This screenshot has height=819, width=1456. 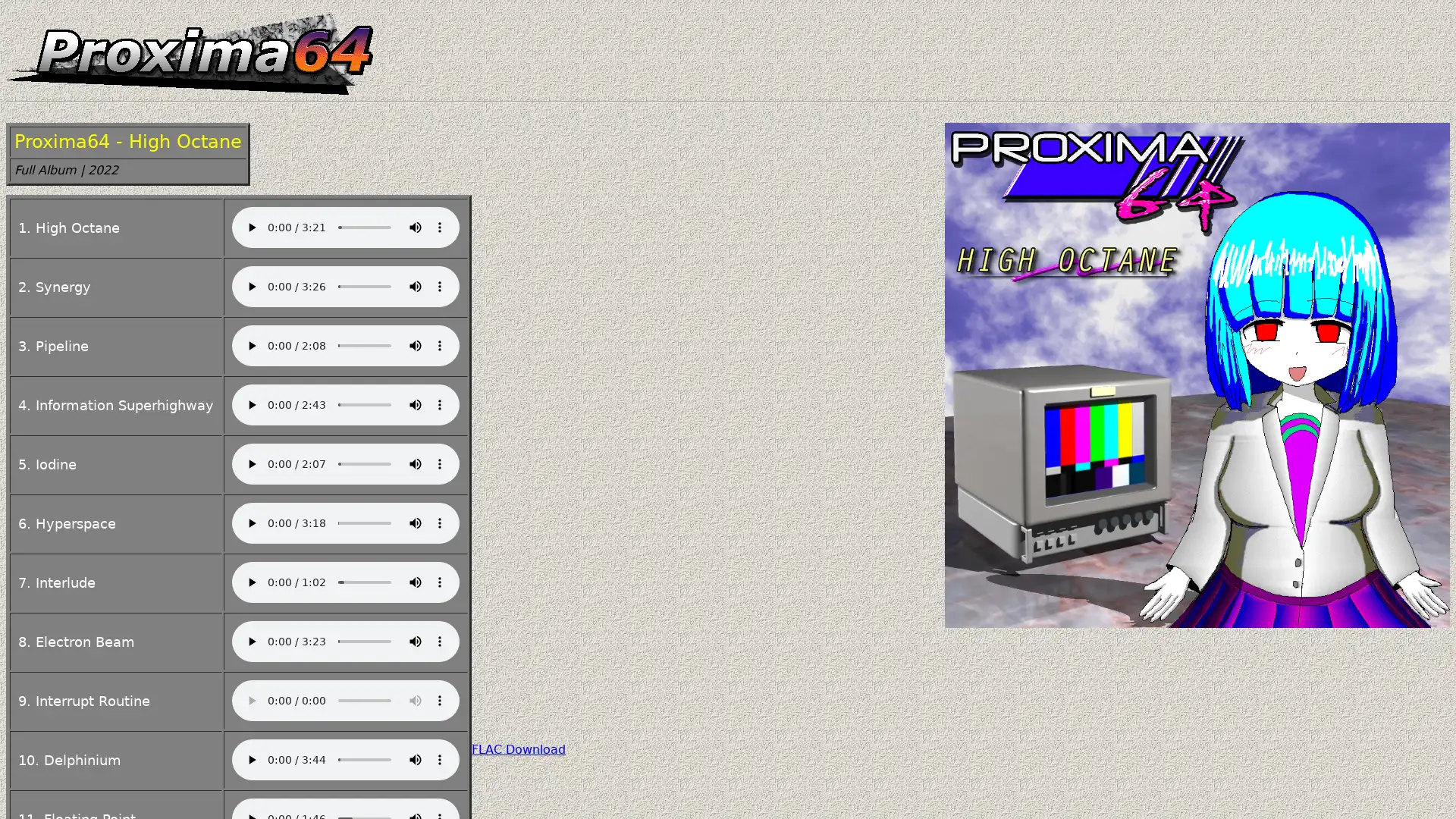 What do you see at coordinates (251, 760) in the screenshot?
I see `play` at bounding box center [251, 760].